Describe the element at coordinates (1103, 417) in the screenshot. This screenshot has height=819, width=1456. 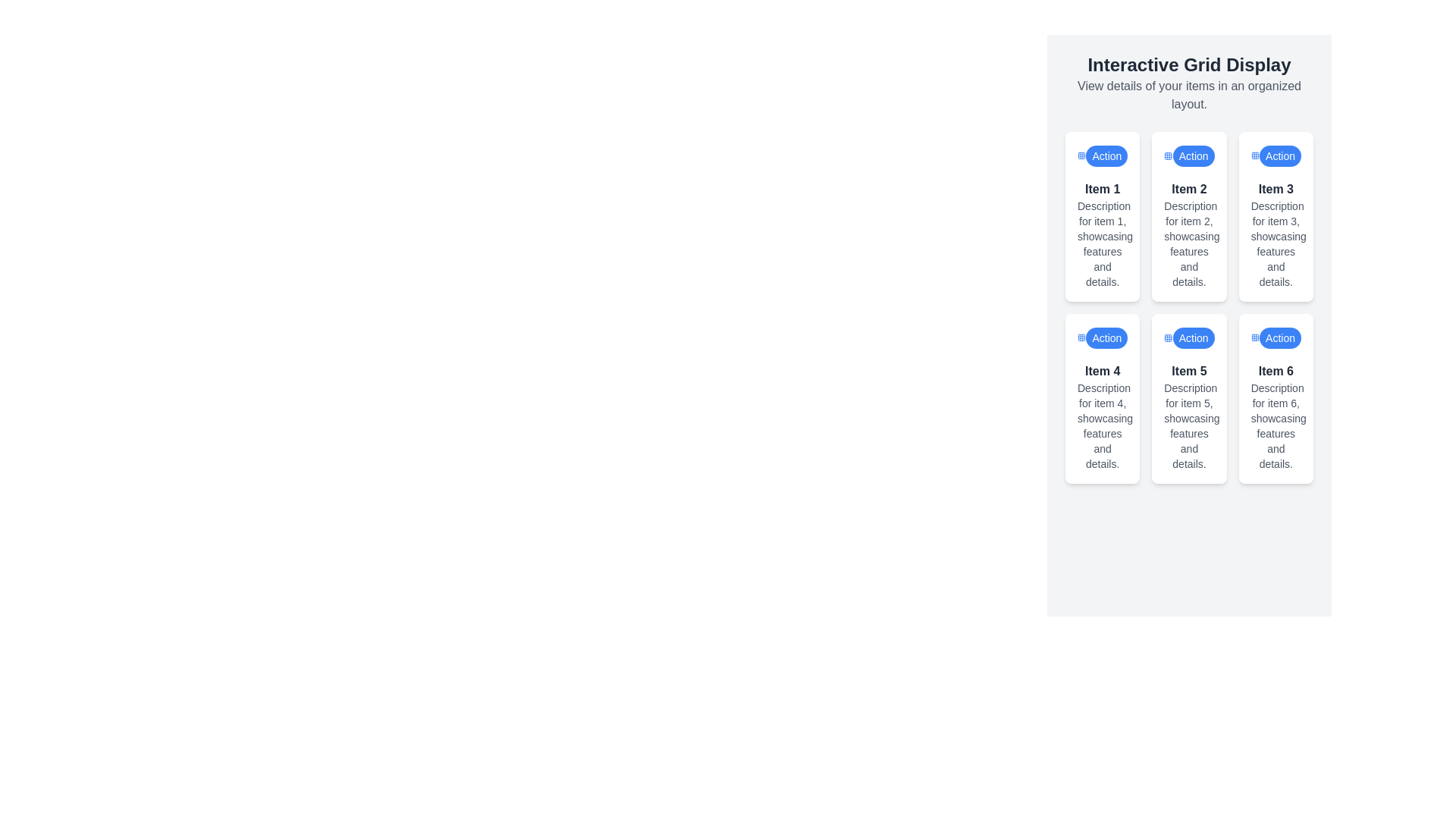
I see `the Text block containing the heading 'Item 4' and its description, which is positioned in the second row and first column of the grid layout` at that location.